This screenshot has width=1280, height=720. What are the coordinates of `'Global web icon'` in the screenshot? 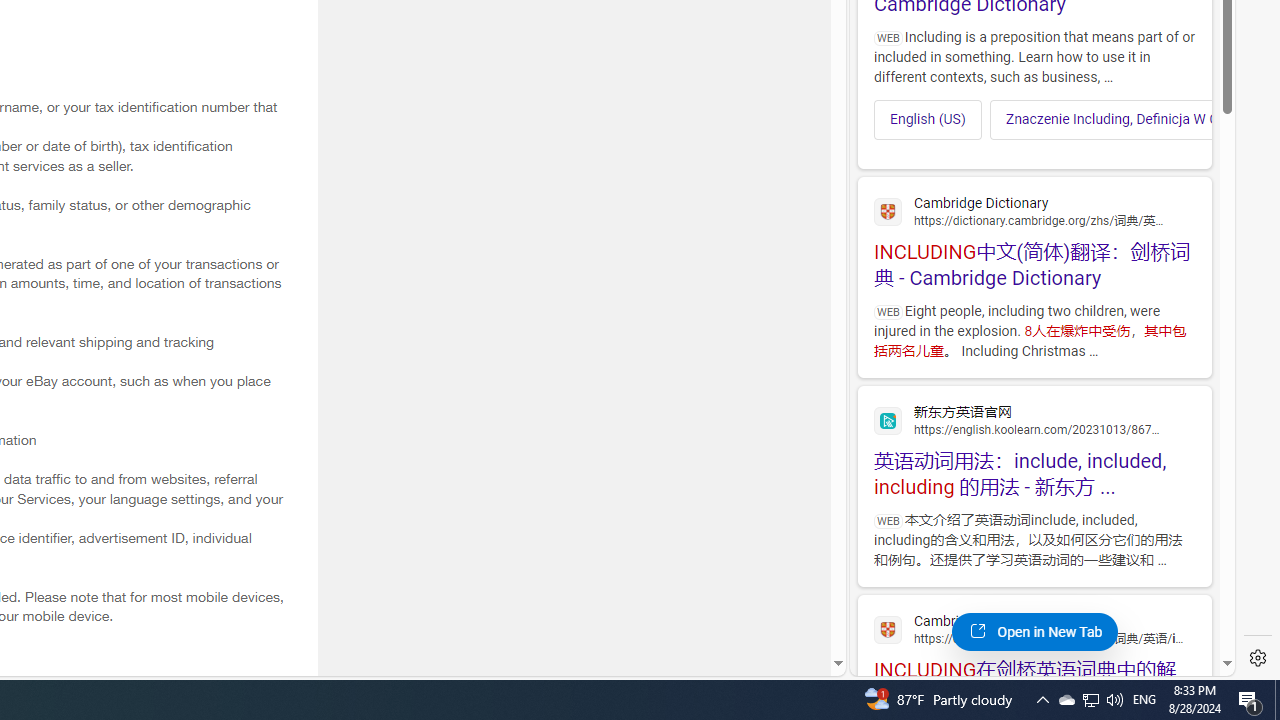 It's located at (887, 630).